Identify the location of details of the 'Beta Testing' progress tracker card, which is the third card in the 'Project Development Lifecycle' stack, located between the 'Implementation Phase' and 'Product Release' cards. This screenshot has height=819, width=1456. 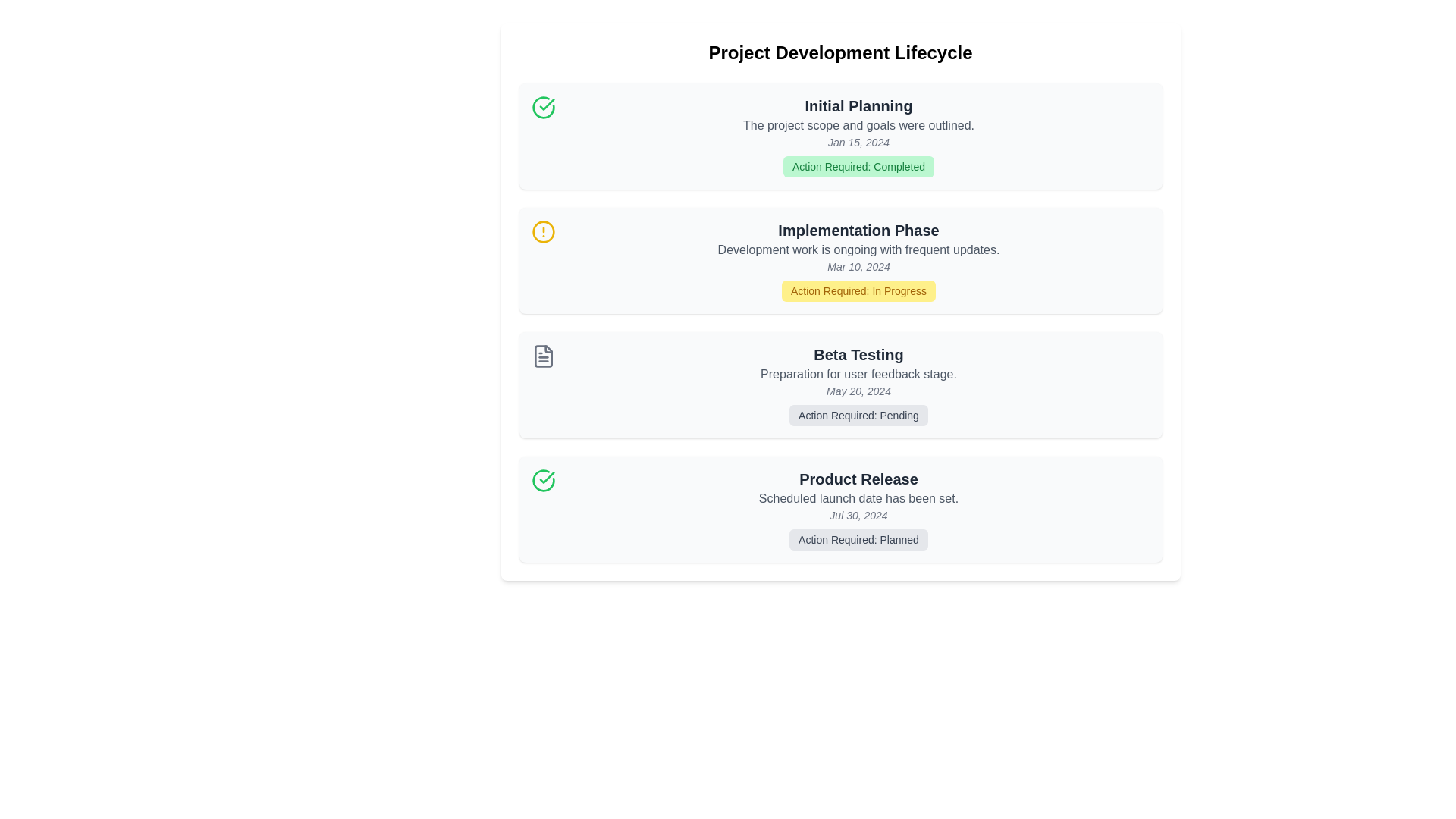
(839, 384).